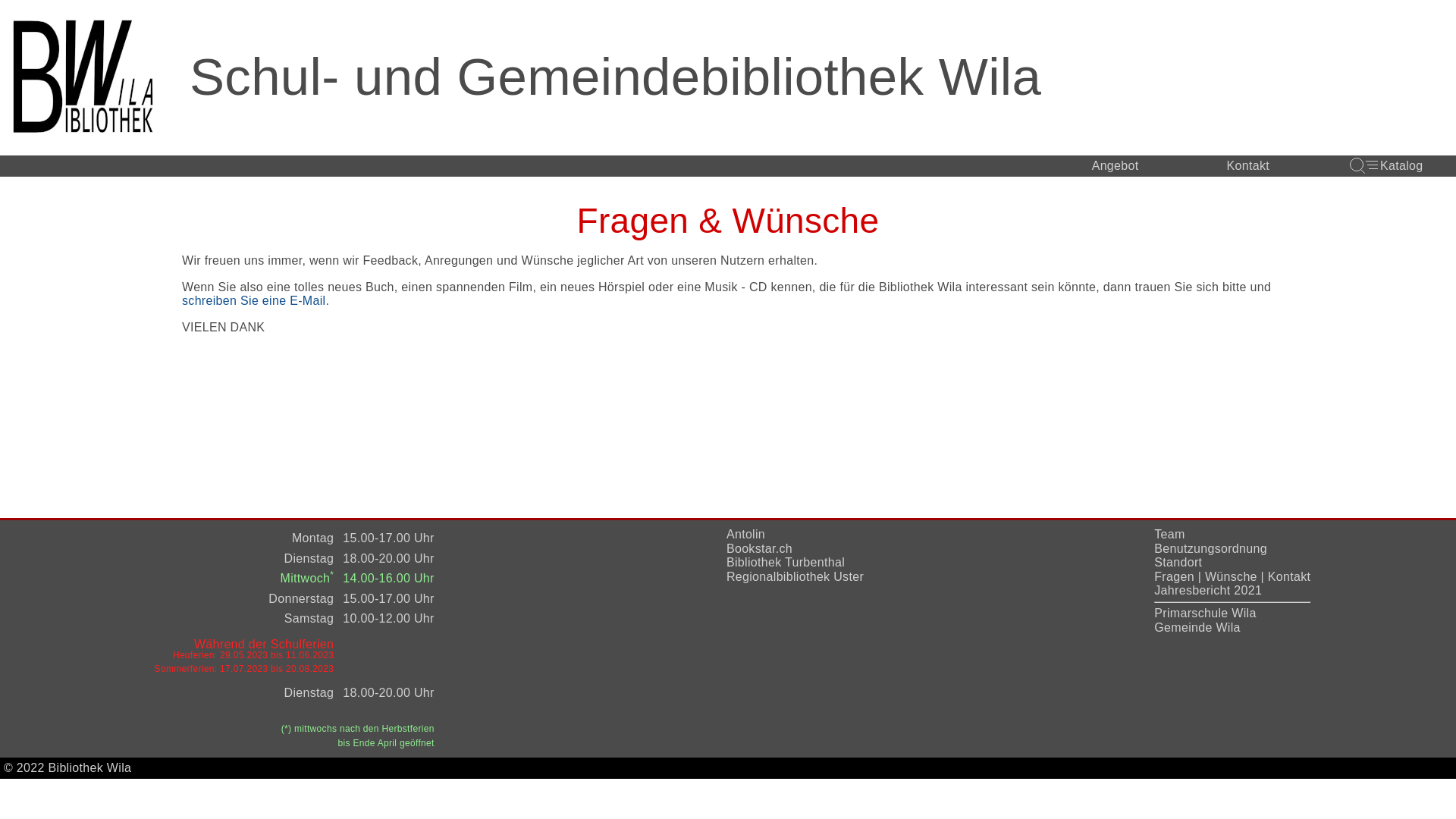 This screenshot has width=1456, height=819. I want to click on 'Bookstar.ch', so click(759, 548).